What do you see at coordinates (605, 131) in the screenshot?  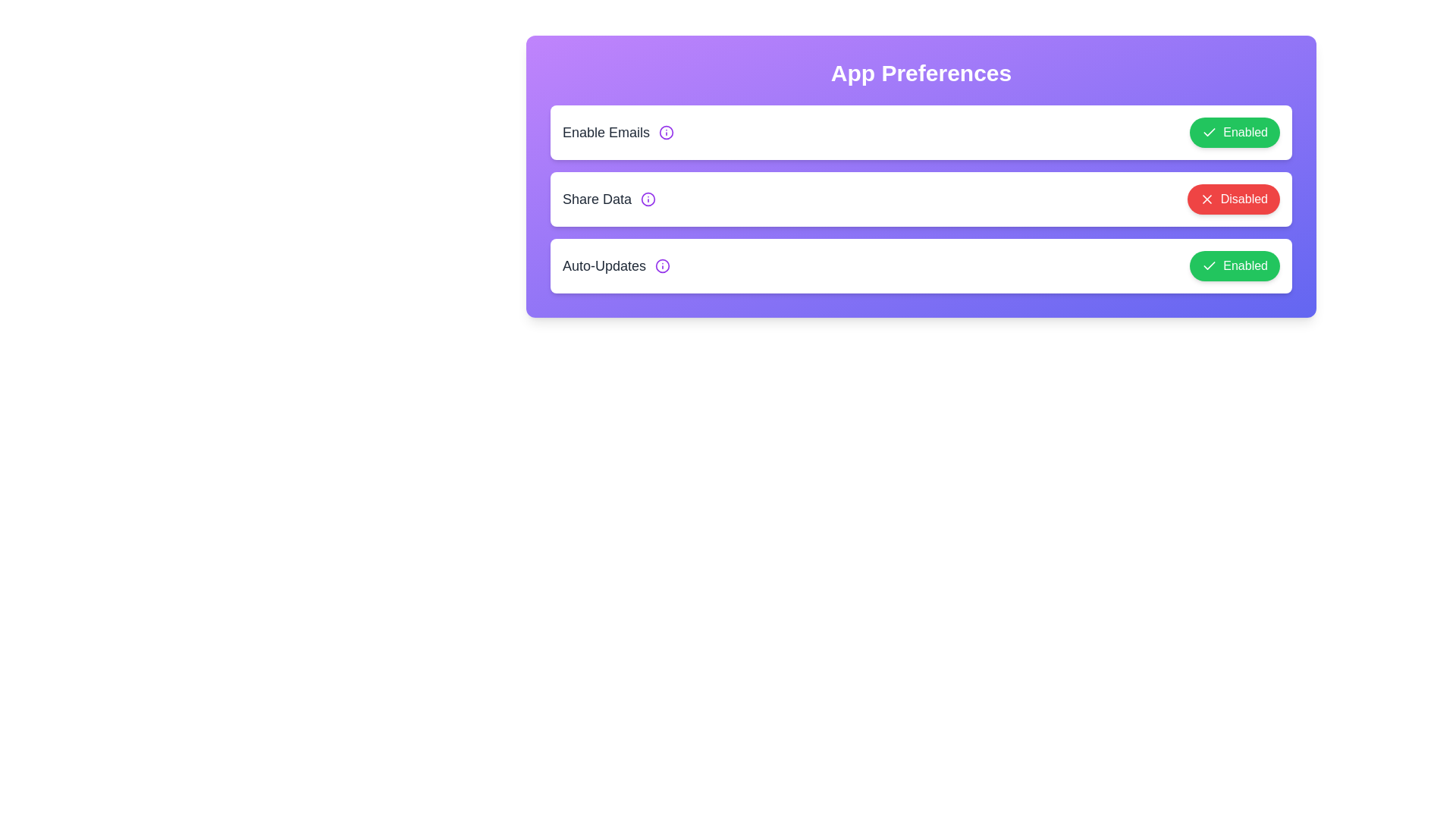 I see `the text label corresponding to Enable Emails` at bounding box center [605, 131].